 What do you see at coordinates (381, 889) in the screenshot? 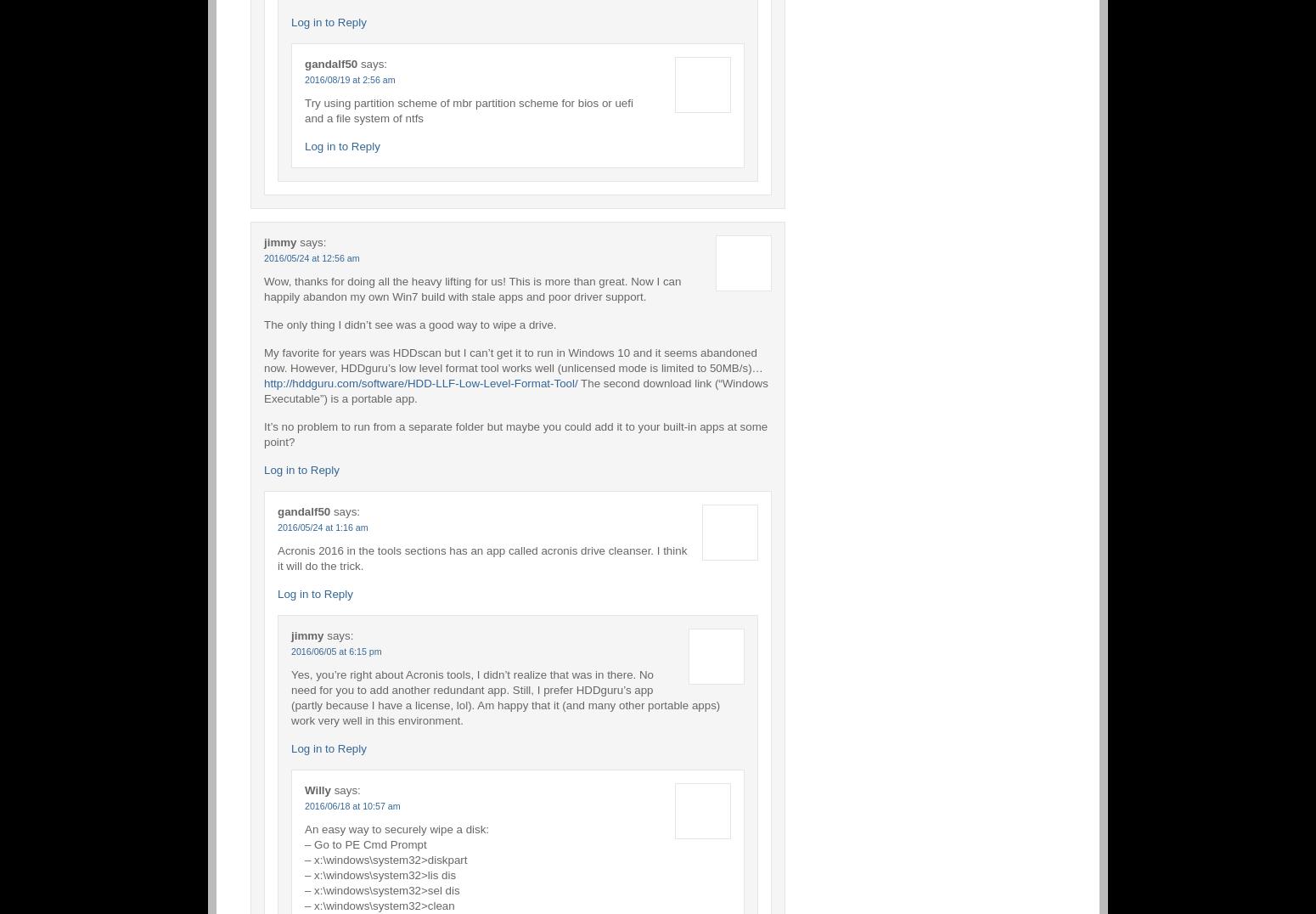
I see `'– x:\windows\system32>sel dis'` at bounding box center [381, 889].